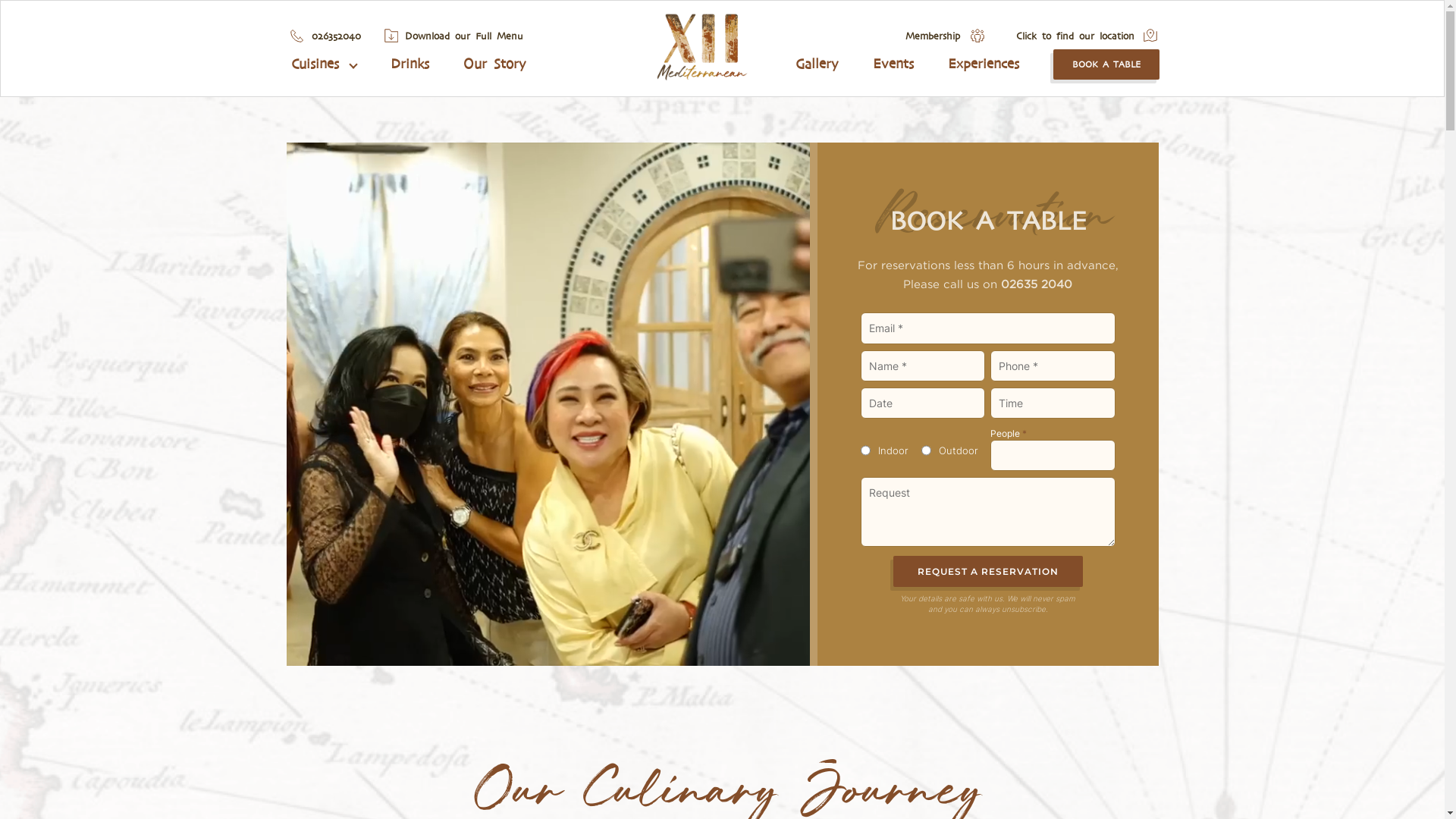 The image size is (1456, 819). What do you see at coordinates (494, 63) in the screenshot?
I see `'Our Story'` at bounding box center [494, 63].